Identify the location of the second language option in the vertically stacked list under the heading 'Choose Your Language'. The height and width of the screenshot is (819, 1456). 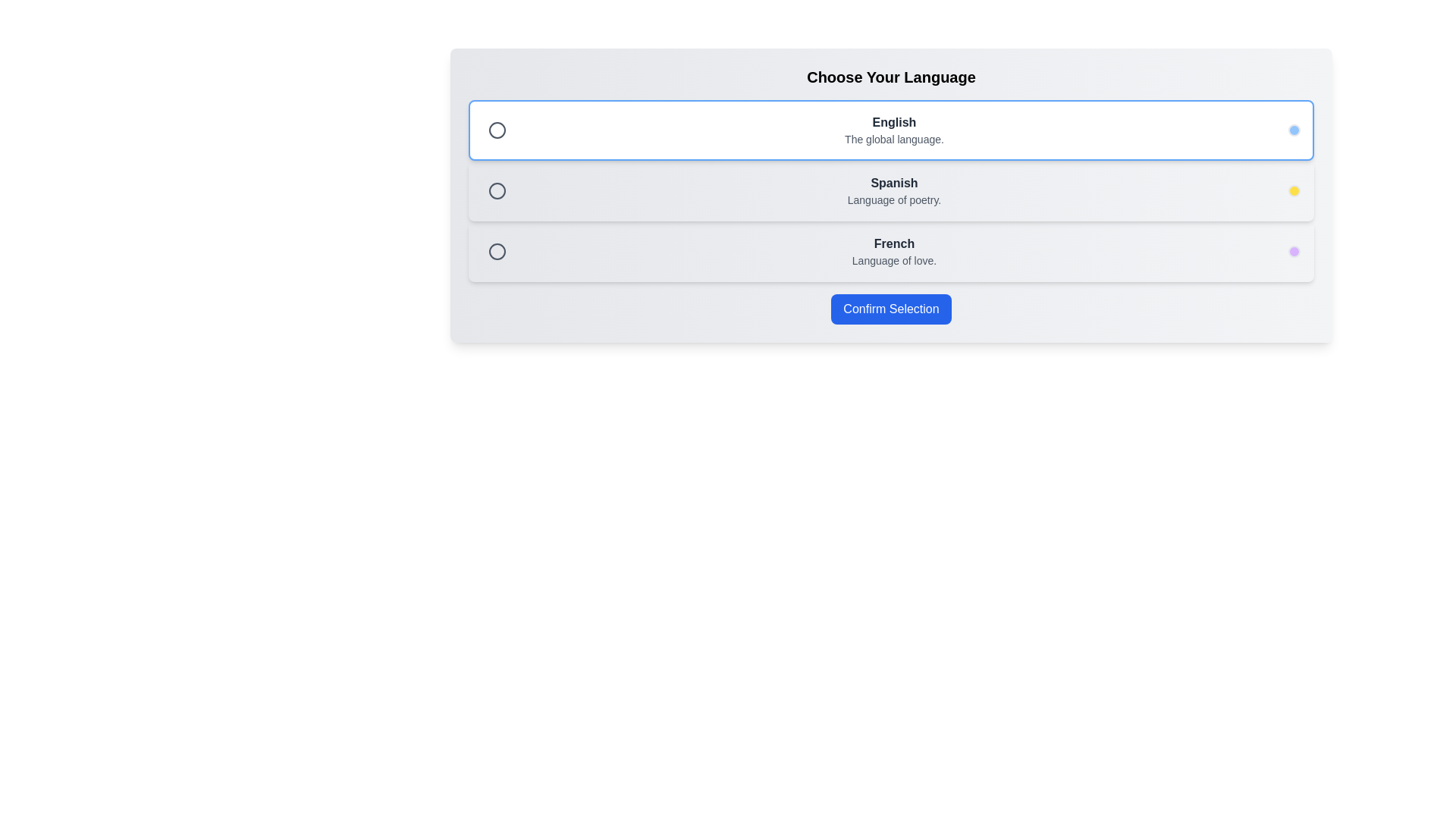
(891, 190).